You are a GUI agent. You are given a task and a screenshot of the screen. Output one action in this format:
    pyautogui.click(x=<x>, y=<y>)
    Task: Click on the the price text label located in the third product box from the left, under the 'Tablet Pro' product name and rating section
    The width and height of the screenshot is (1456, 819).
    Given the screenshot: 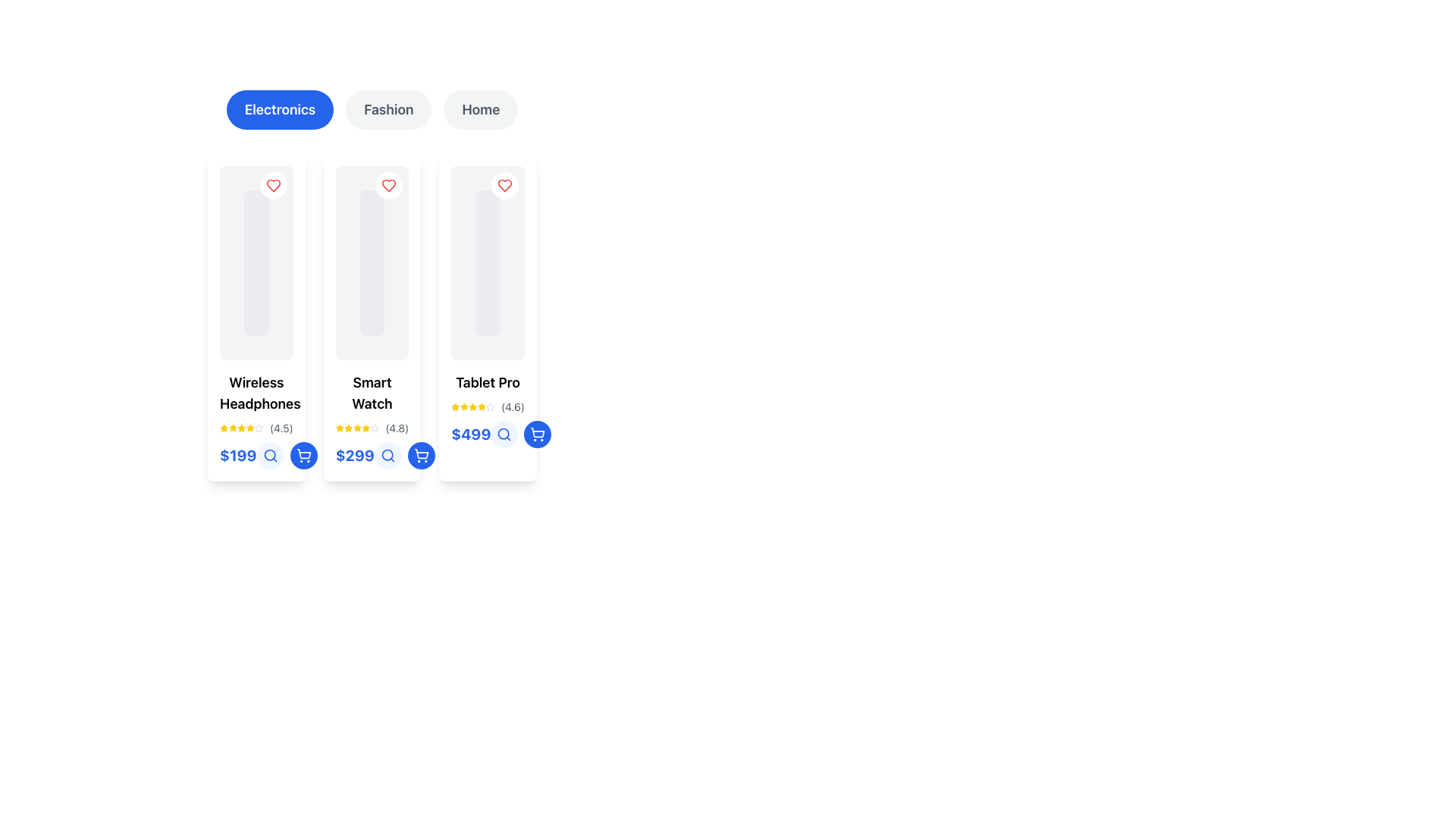 What is the action you would take?
    pyautogui.click(x=470, y=435)
    